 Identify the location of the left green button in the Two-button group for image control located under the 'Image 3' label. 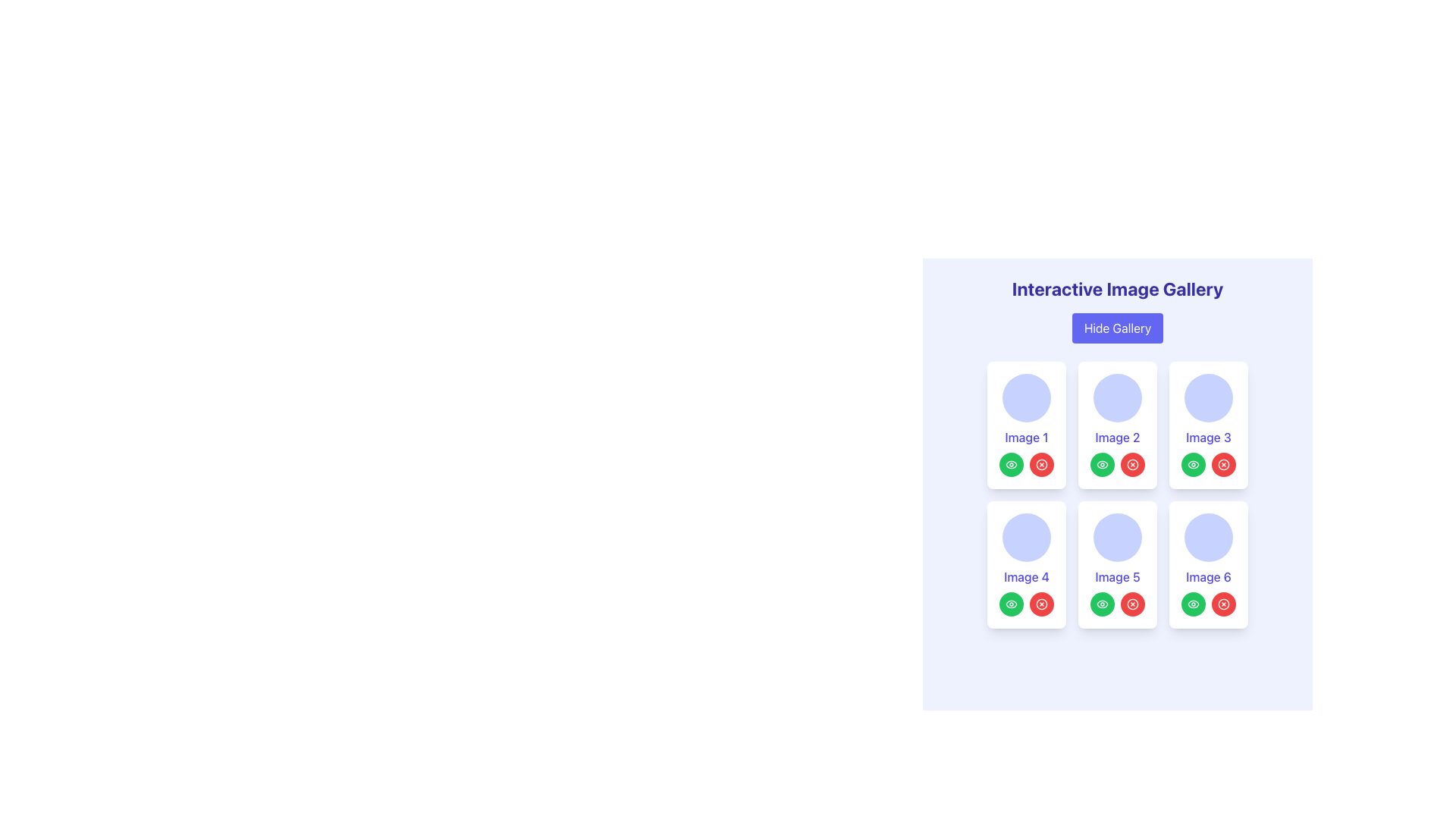
(1207, 464).